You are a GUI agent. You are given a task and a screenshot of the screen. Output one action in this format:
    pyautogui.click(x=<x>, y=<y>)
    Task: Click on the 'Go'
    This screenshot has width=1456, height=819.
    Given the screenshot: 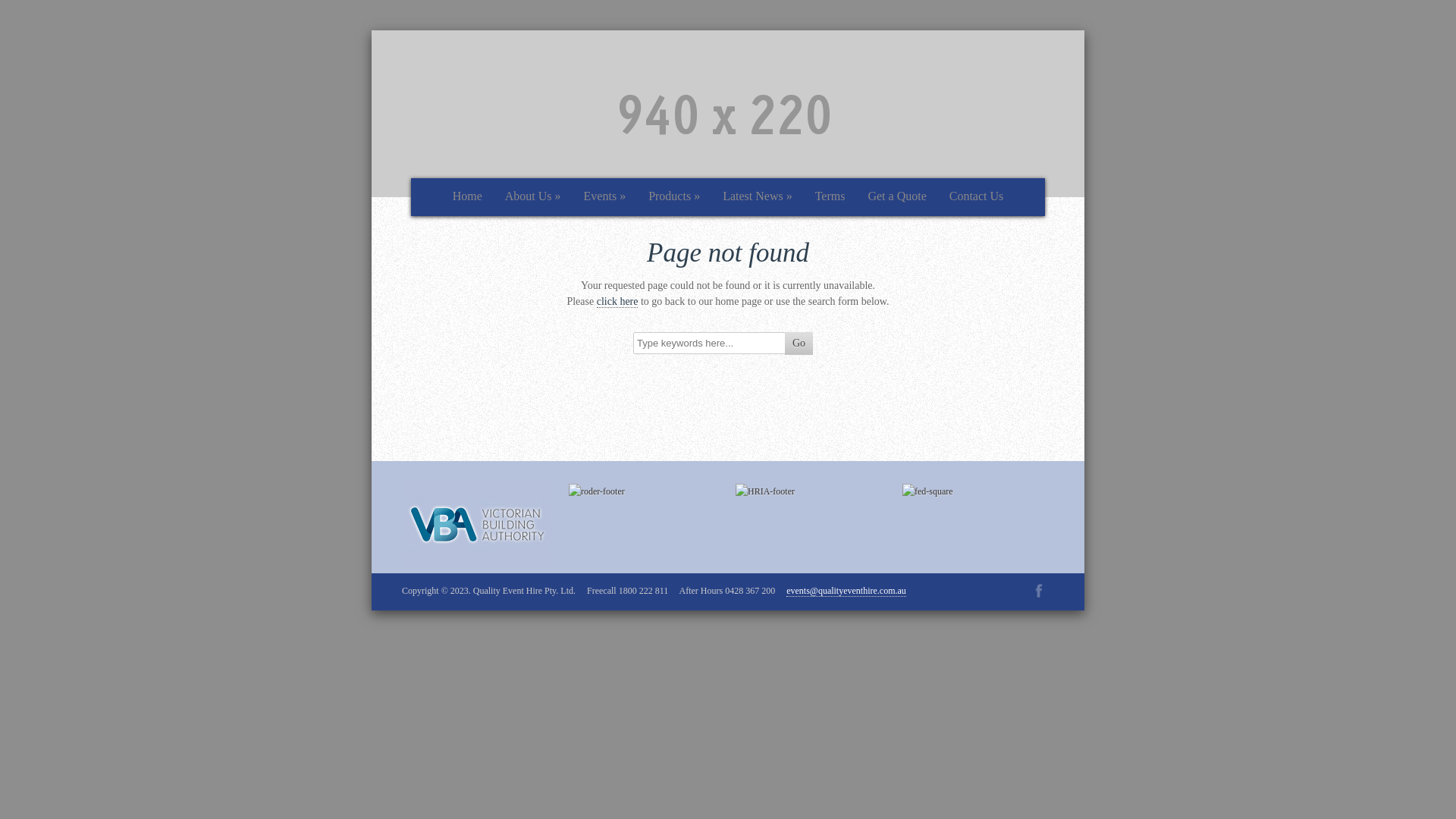 What is the action you would take?
    pyautogui.click(x=798, y=343)
    